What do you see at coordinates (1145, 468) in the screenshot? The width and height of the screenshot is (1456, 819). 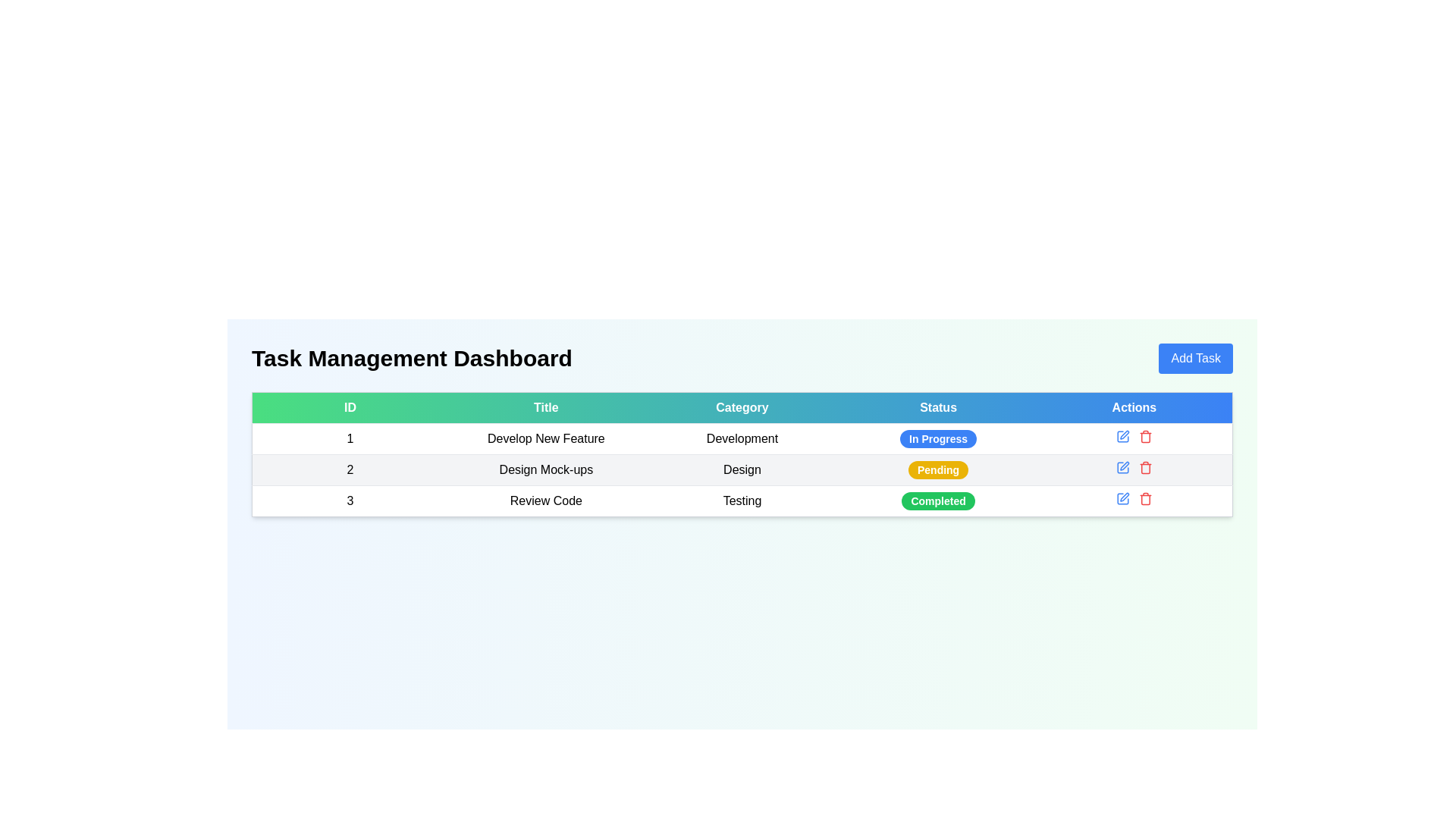 I see `the trash/delete icon for the 'Design Mock-ups' task entry in the Actions column of the task management dashboard` at bounding box center [1145, 468].